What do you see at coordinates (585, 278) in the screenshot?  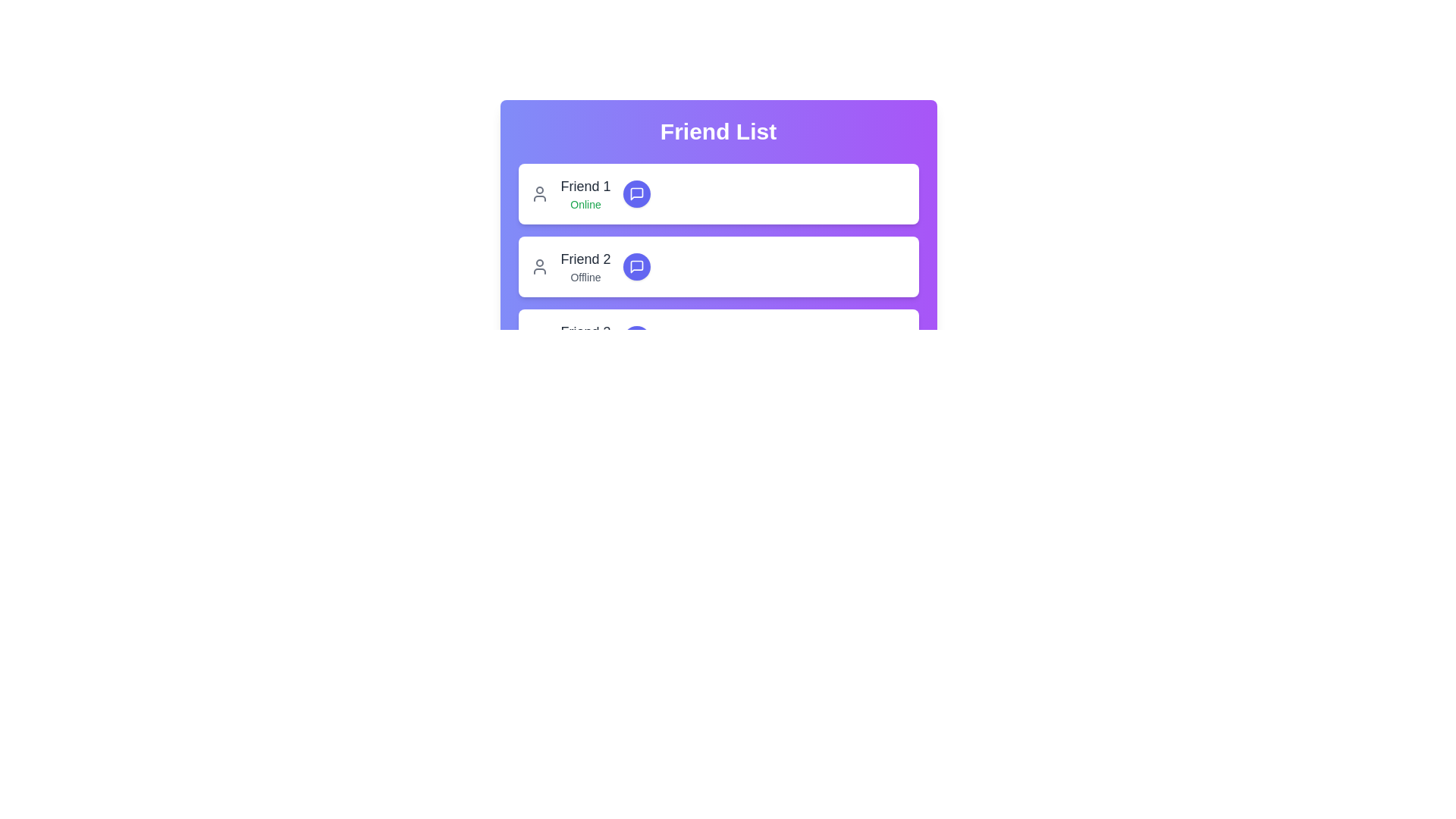 I see `the 'Offline' text label, which is styled in gray and located beneath 'Friend 2' in the user entries list` at bounding box center [585, 278].